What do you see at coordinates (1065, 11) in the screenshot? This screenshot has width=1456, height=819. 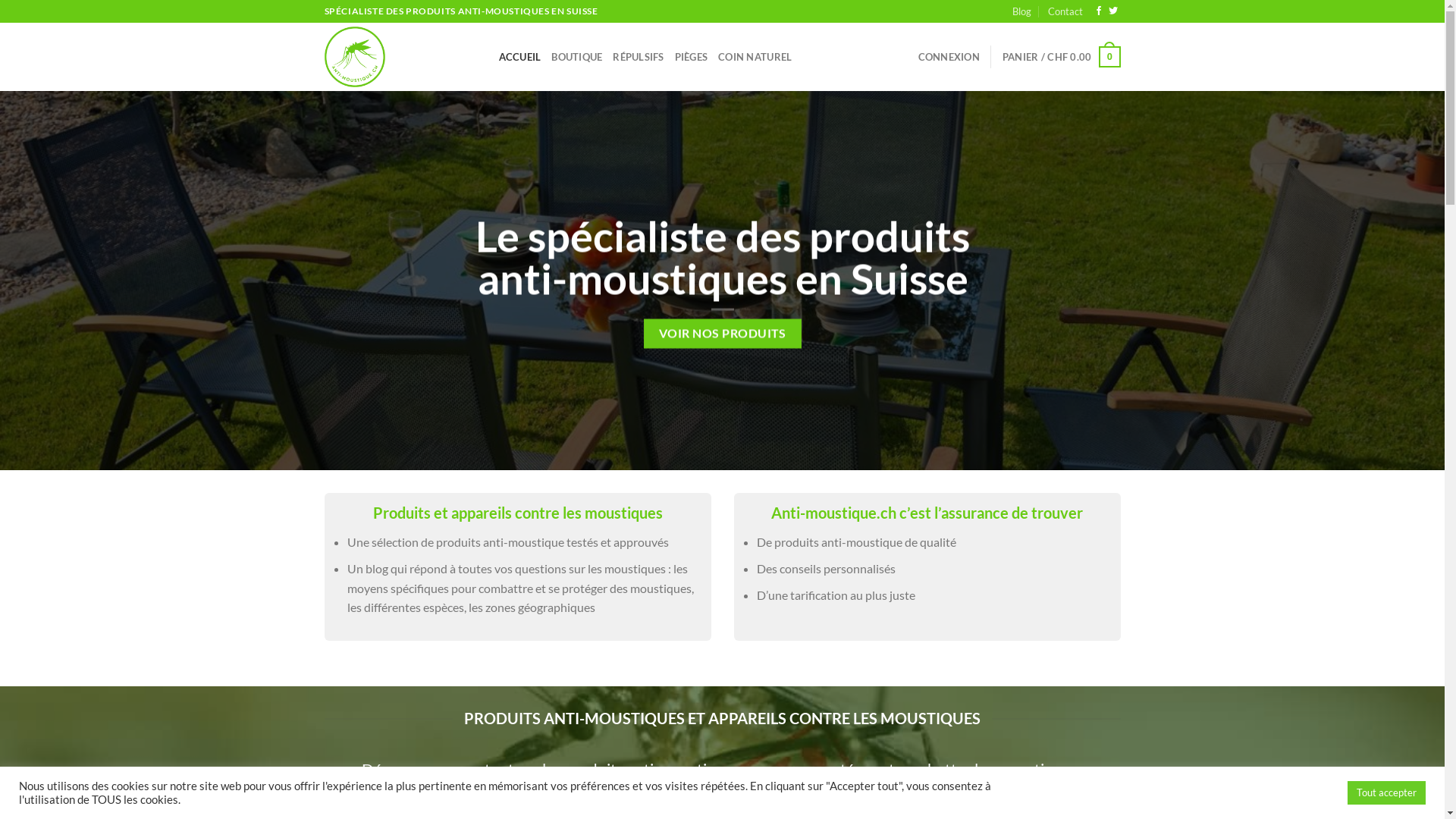 I see `'Contact'` at bounding box center [1065, 11].